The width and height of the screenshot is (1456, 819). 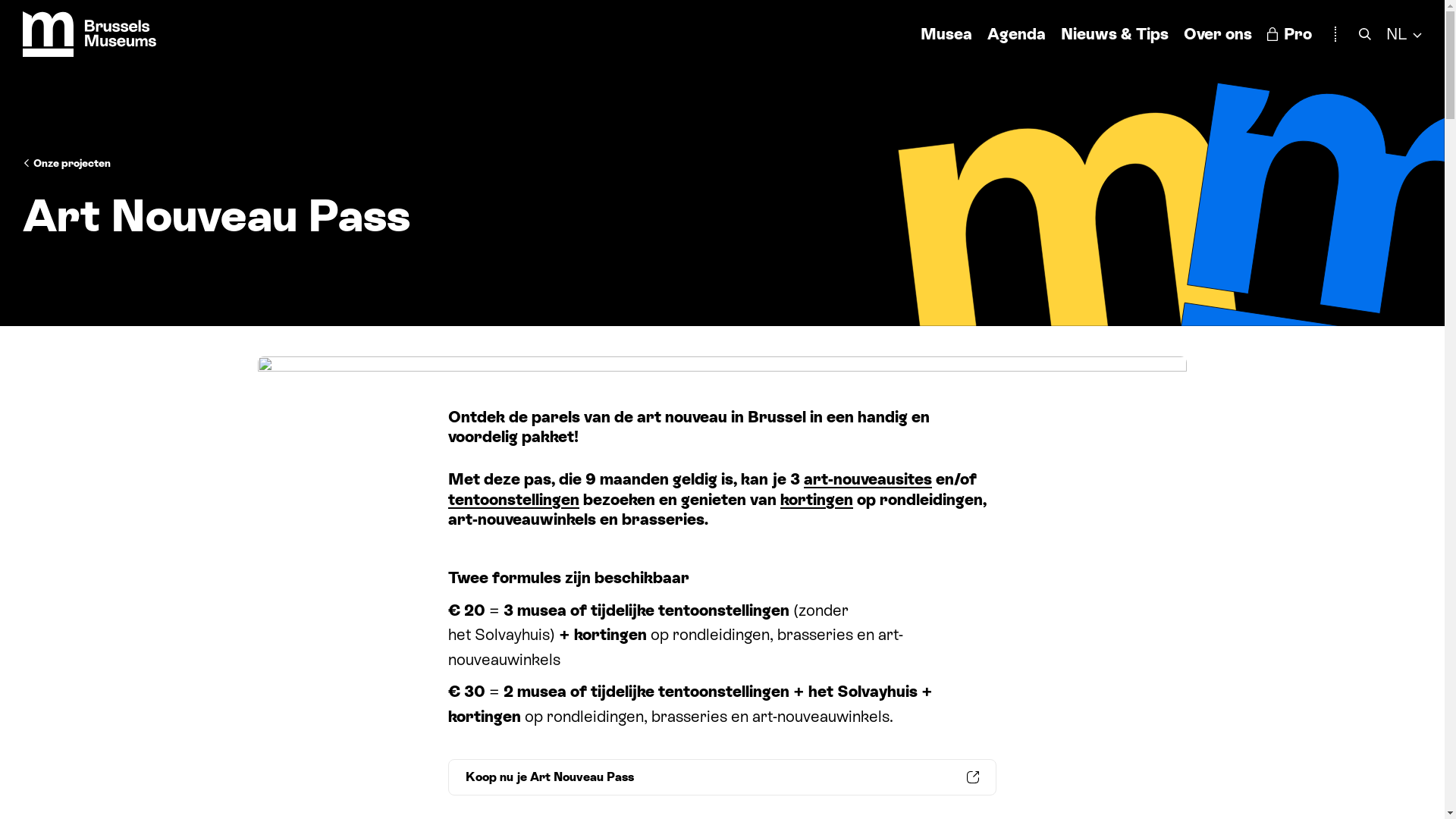 What do you see at coordinates (1288, 33) in the screenshot?
I see `'Pro'` at bounding box center [1288, 33].